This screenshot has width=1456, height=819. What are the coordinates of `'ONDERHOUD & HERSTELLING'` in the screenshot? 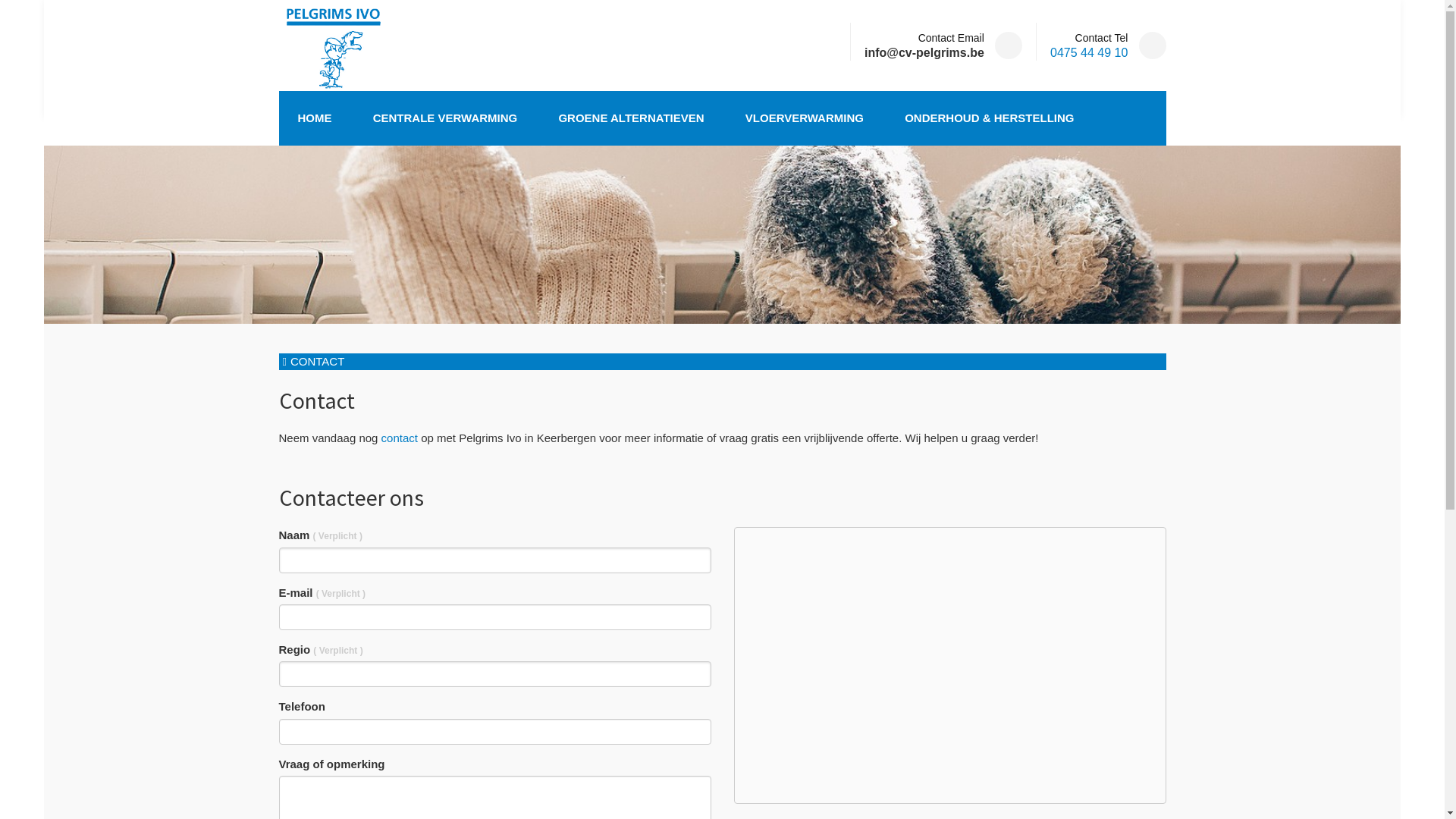 It's located at (989, 117).